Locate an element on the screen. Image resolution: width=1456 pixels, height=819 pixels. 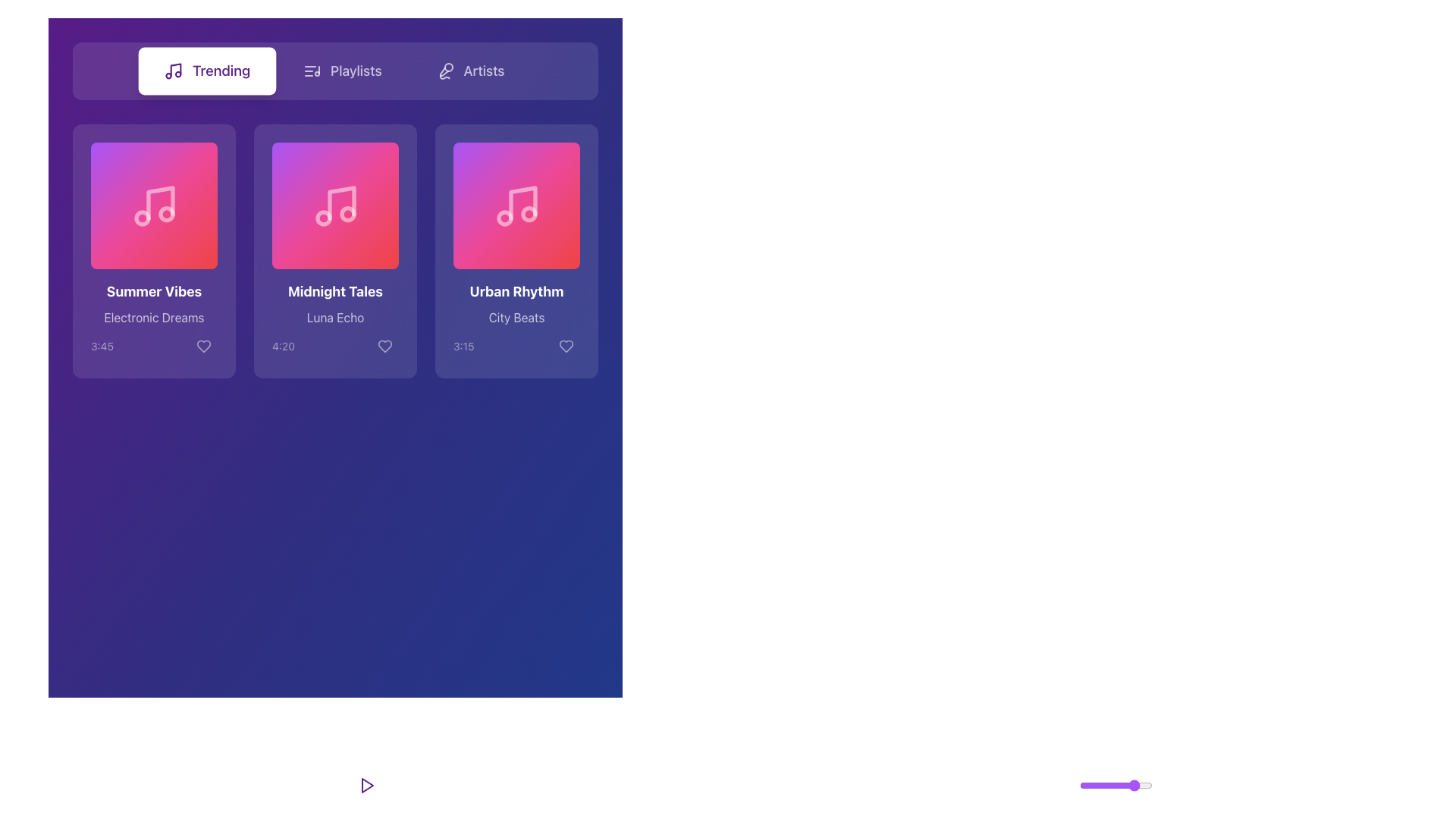
the heart-shaped icon located in the bottom right corner of the 'Urban Rhythm' card to mark it as a favorite is located at coordinates (566, 346).